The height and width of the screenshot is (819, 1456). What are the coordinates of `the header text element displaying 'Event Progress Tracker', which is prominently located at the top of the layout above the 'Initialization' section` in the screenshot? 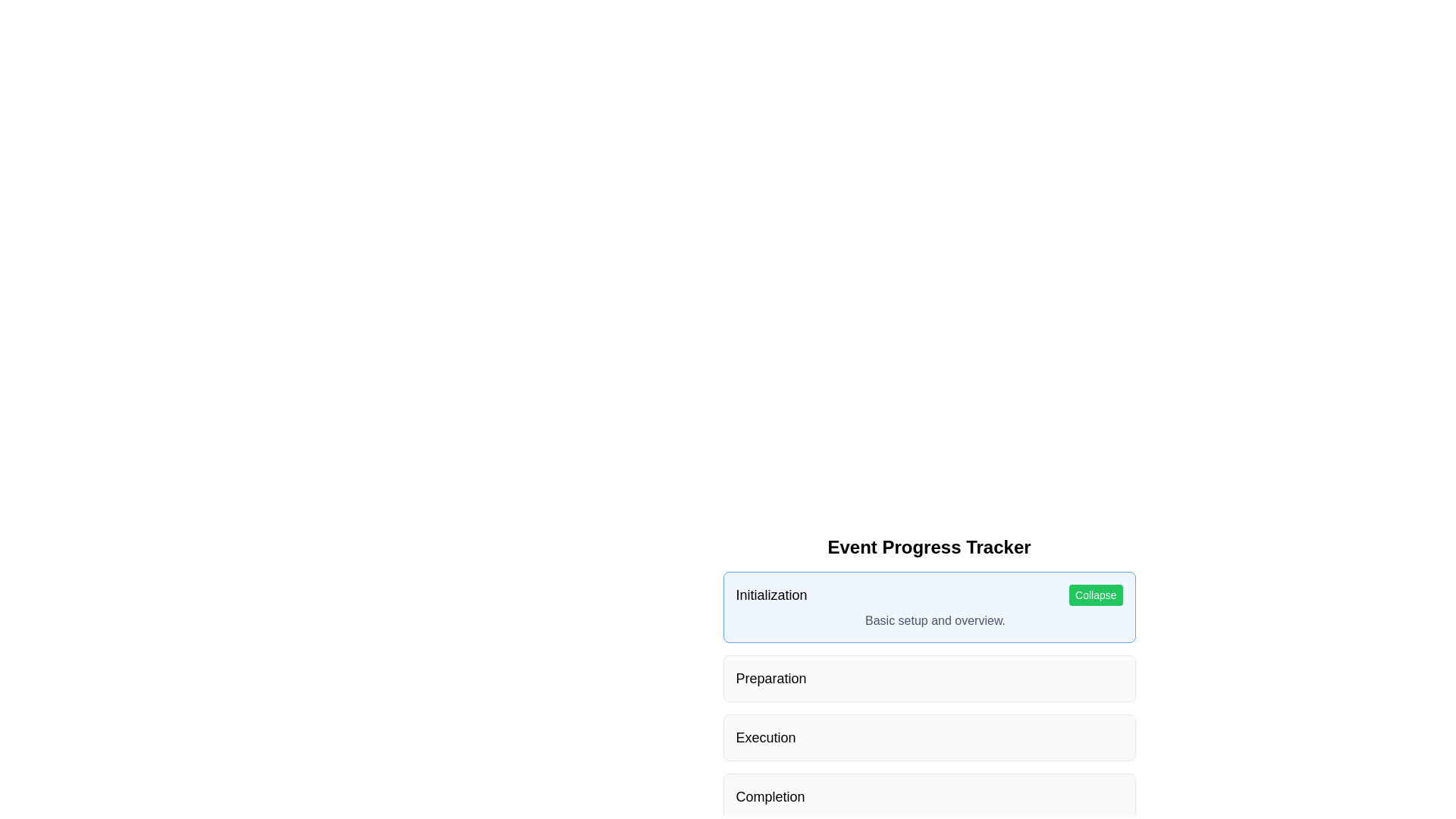 It's located at (928, 547).